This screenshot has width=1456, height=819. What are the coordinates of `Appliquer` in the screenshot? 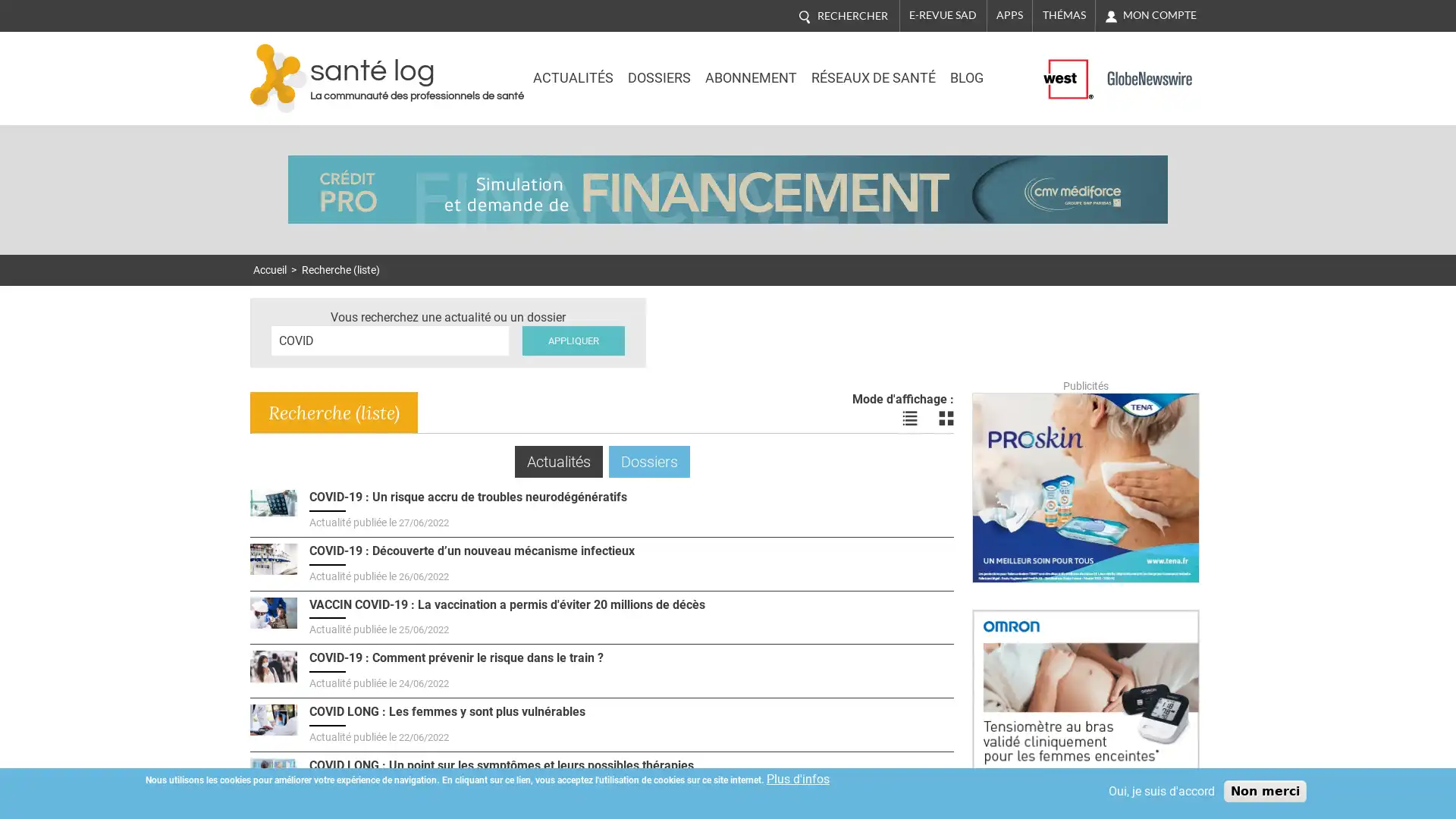 It's located at (573, 339).